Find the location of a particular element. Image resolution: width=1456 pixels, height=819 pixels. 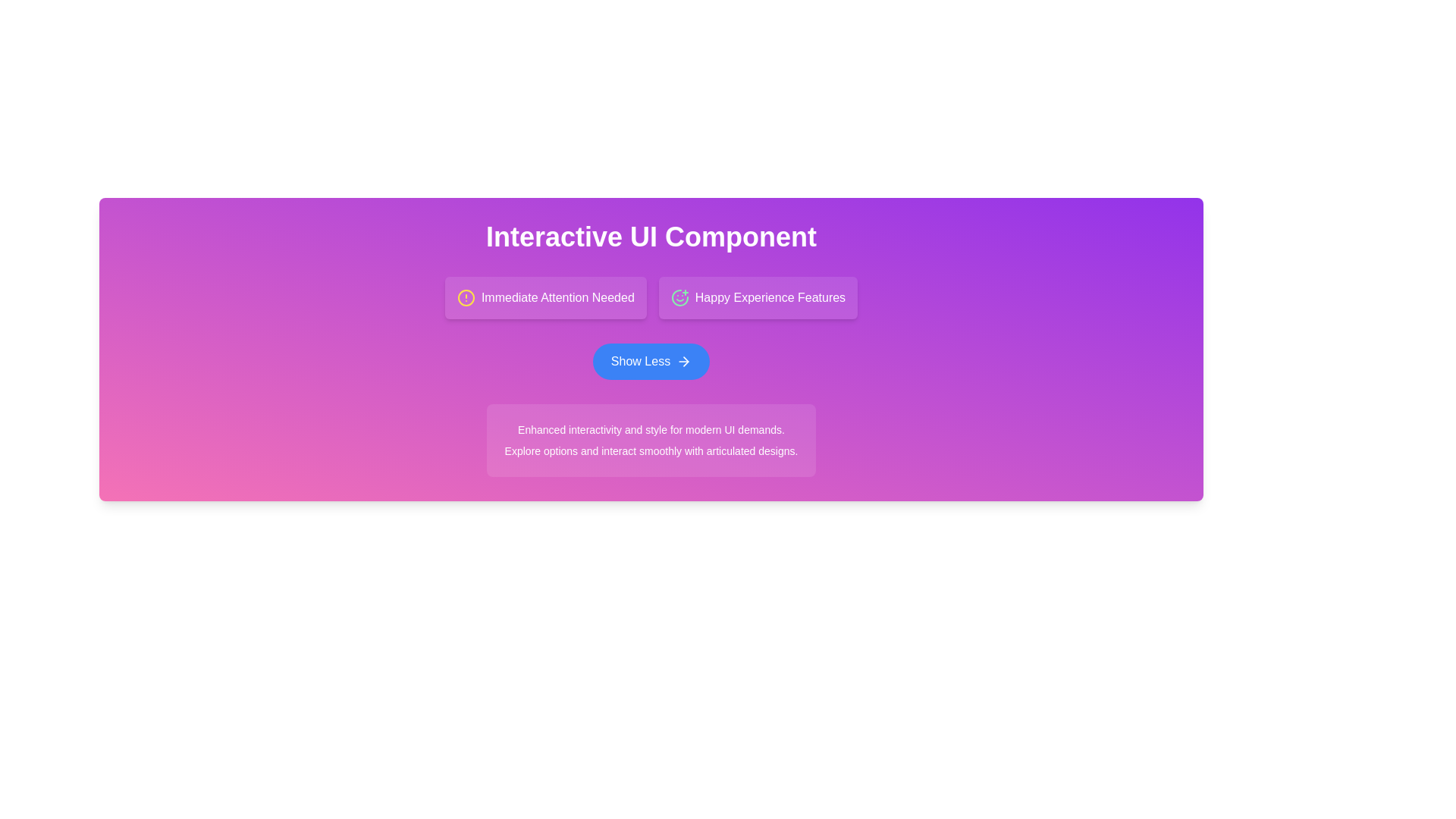

the static text label displaying 'Happy Experience Features', which is positioned below the heading 'Interactive UI Component' and above the 'Show Less' button is located at coordinates (770, 298).